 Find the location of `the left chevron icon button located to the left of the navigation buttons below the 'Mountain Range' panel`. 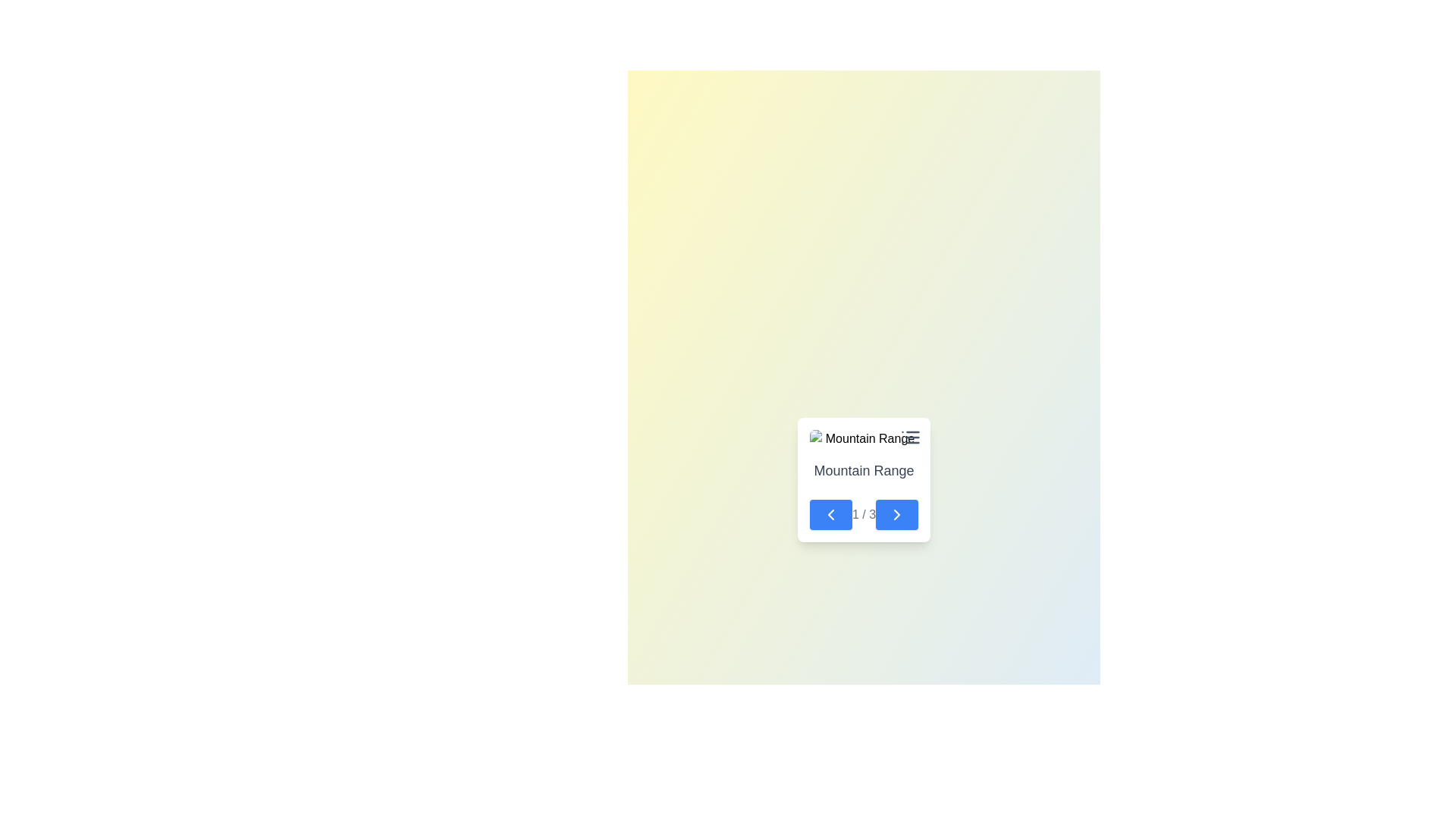

the left chevron icon button located to the left of the navigation buttons below the 'Mountain Range' panel is located at coordinates (830, 513).